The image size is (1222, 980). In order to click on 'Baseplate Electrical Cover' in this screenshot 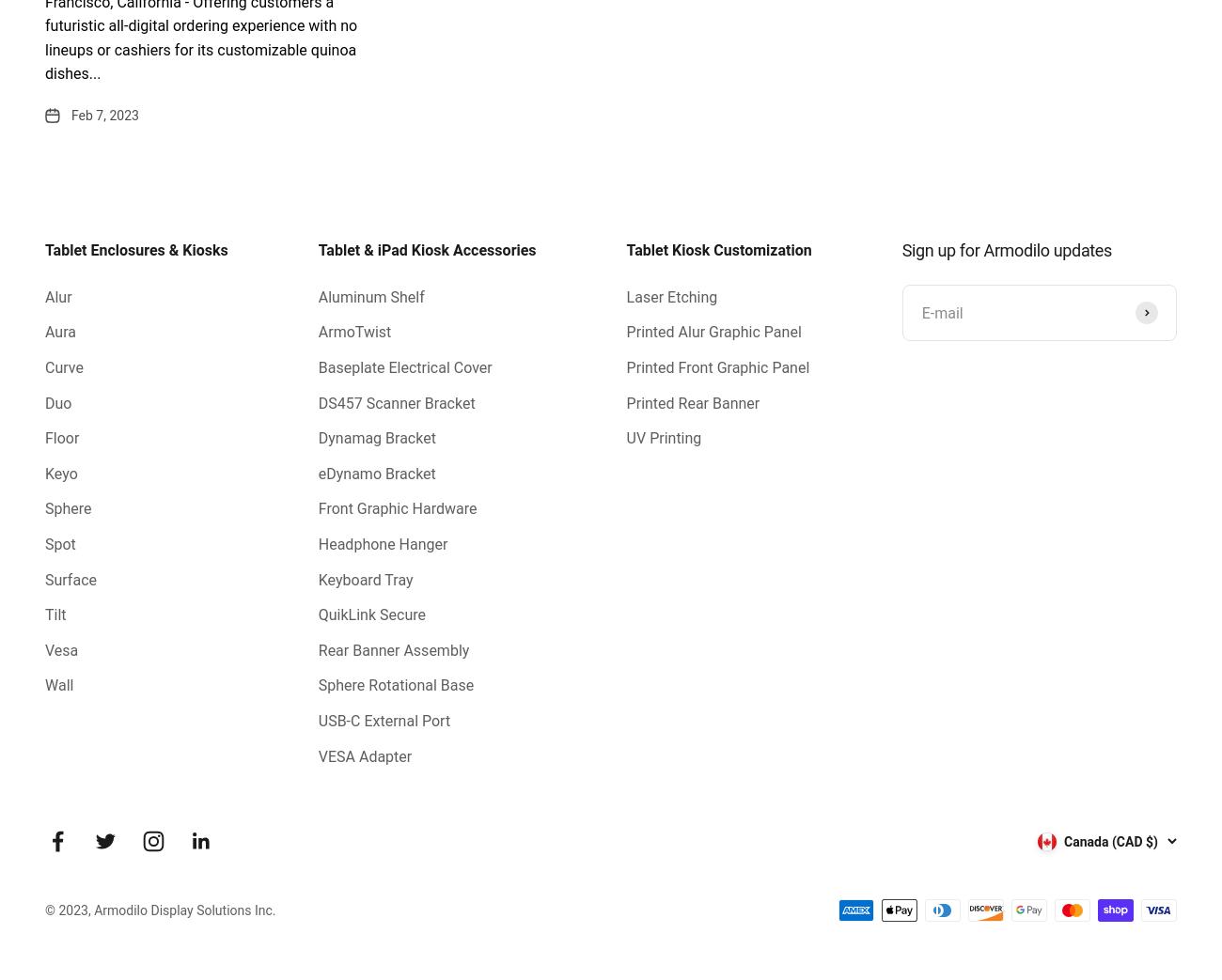, I will do `click(404, 367)`.